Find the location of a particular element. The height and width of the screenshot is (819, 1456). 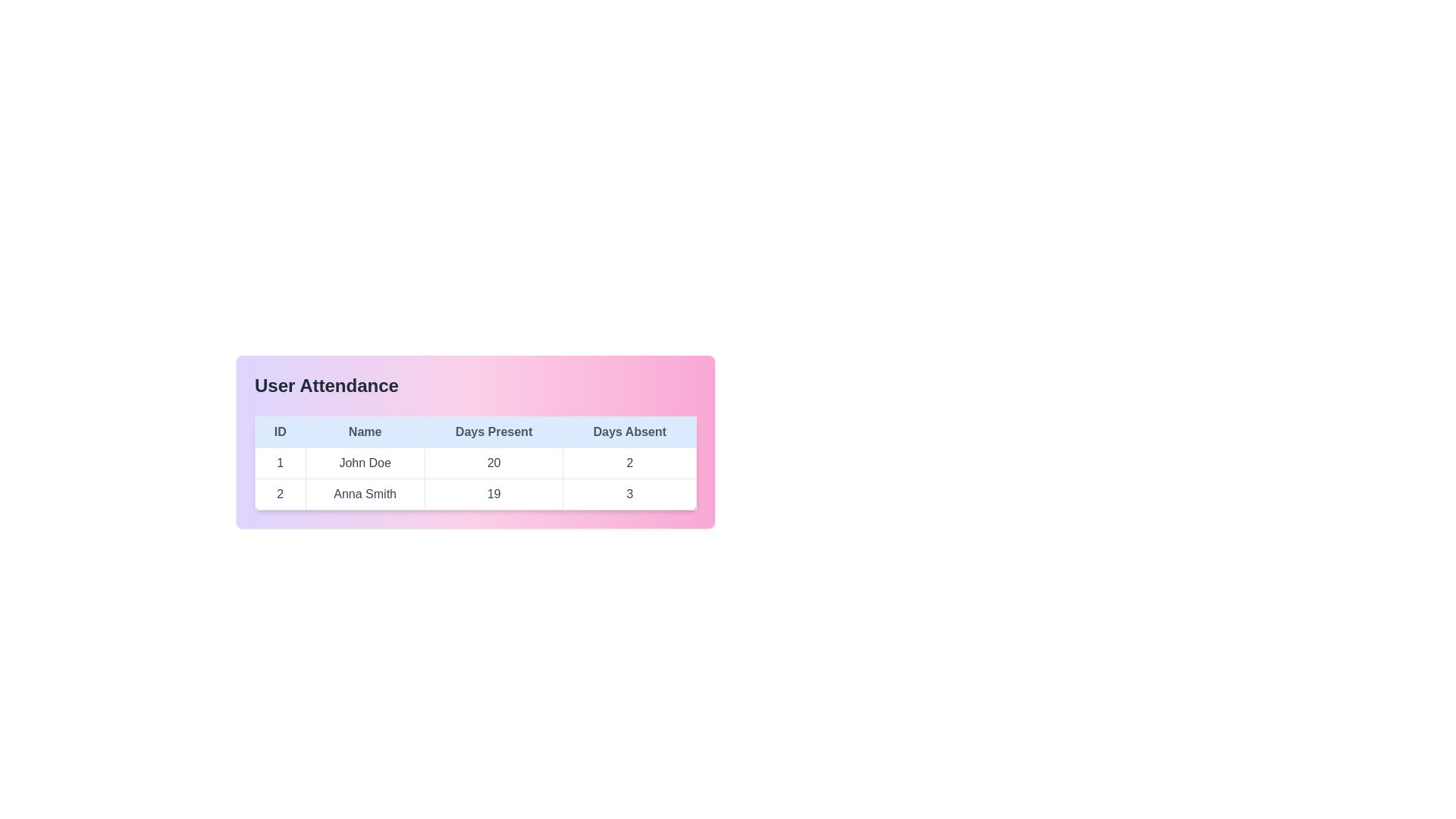

the text label displaying the identification number in the second row of the attendance table, located in the 'ID' column is located at coordinates (280, 494).